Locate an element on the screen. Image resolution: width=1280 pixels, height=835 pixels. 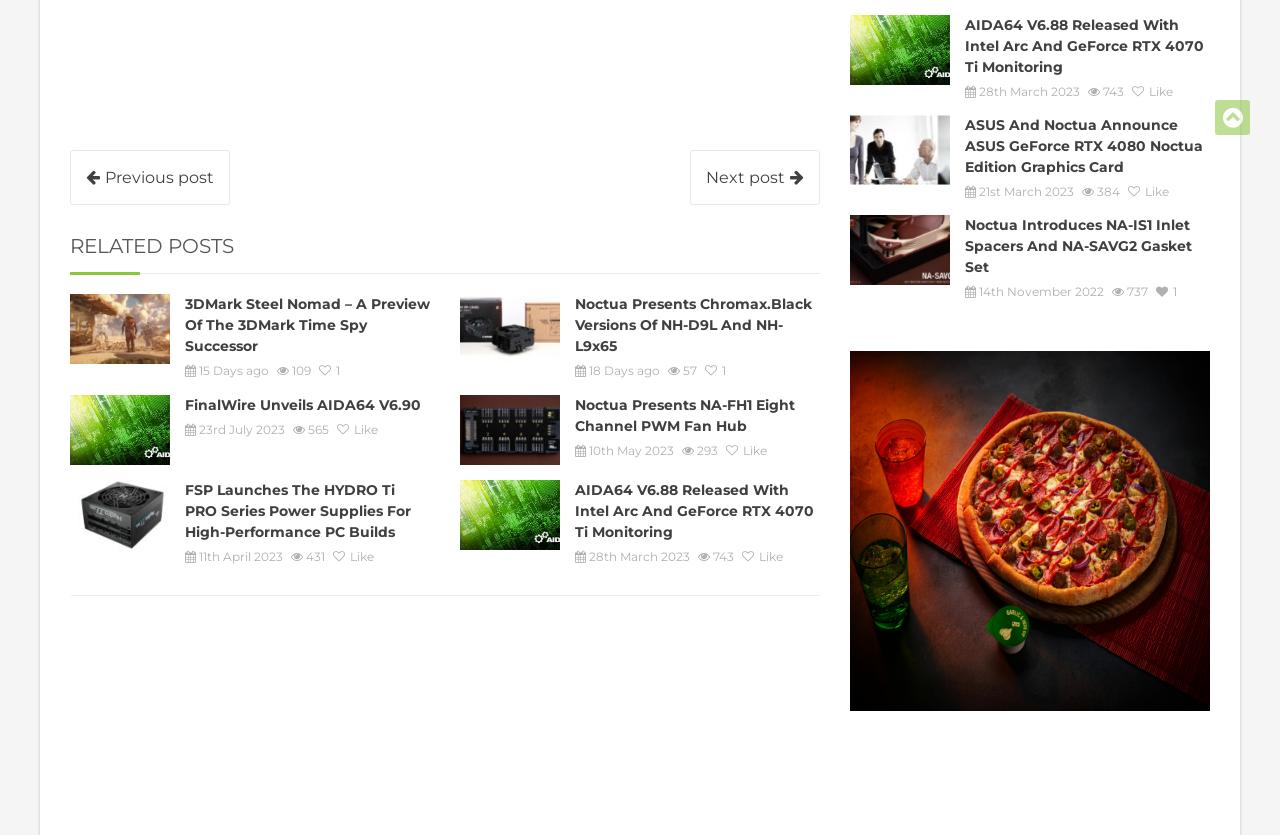
'10th May 2023' is located at coordinates (631, 448).